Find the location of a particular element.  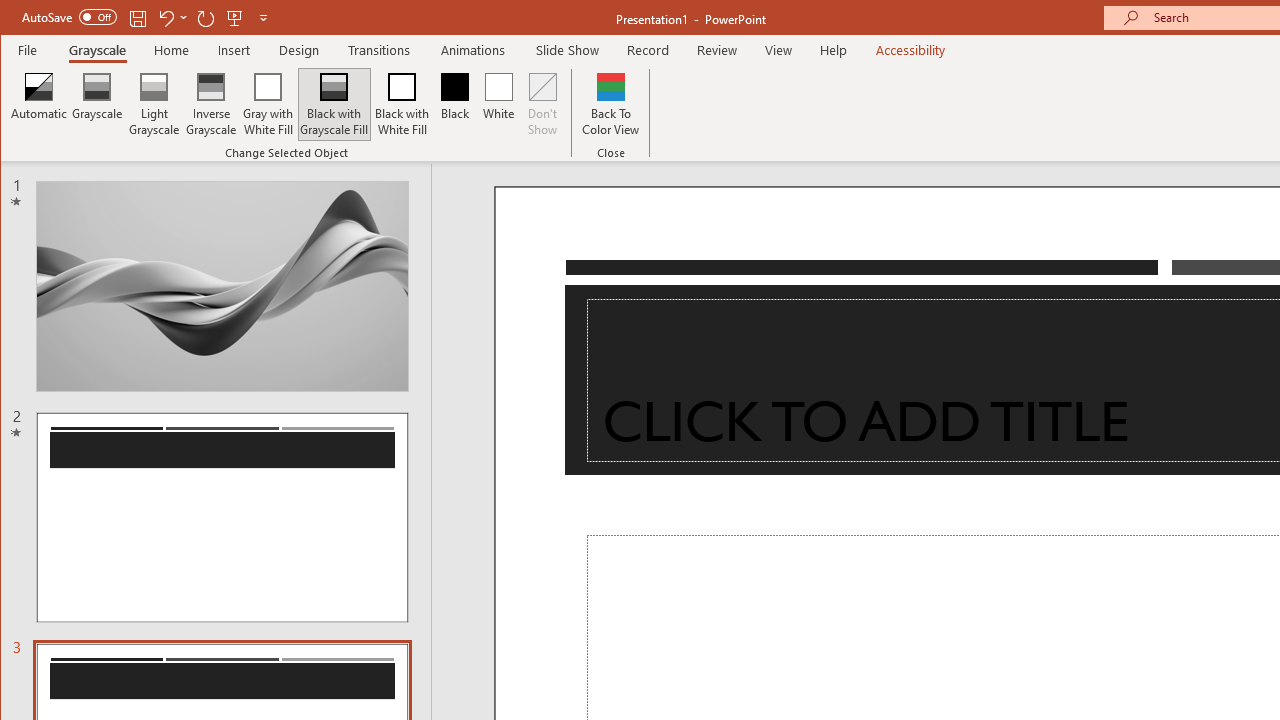

'Back To Color View' is located at coordinates (610, 104).